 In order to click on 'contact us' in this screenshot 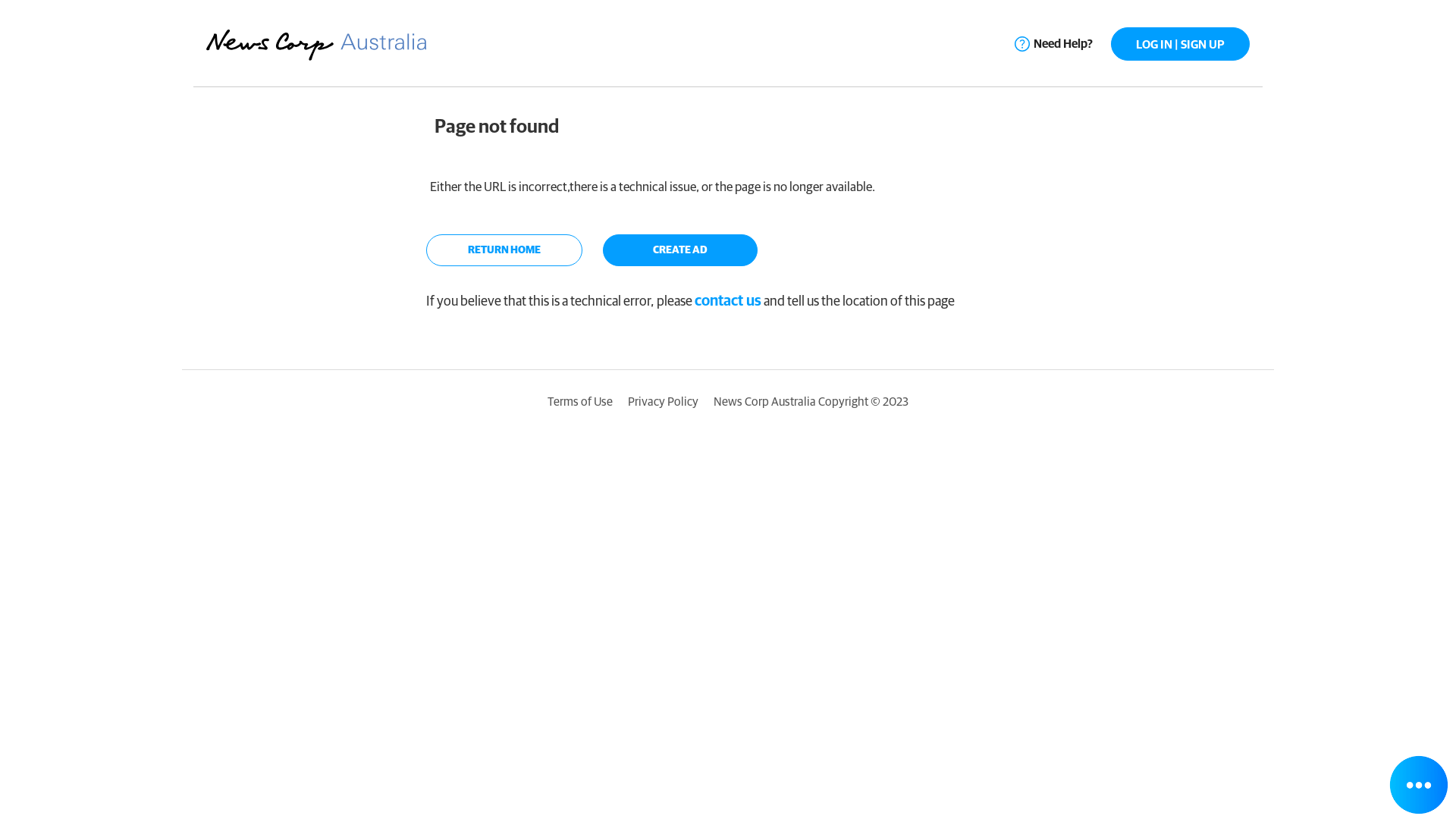, I will do `click(728, 301)`.